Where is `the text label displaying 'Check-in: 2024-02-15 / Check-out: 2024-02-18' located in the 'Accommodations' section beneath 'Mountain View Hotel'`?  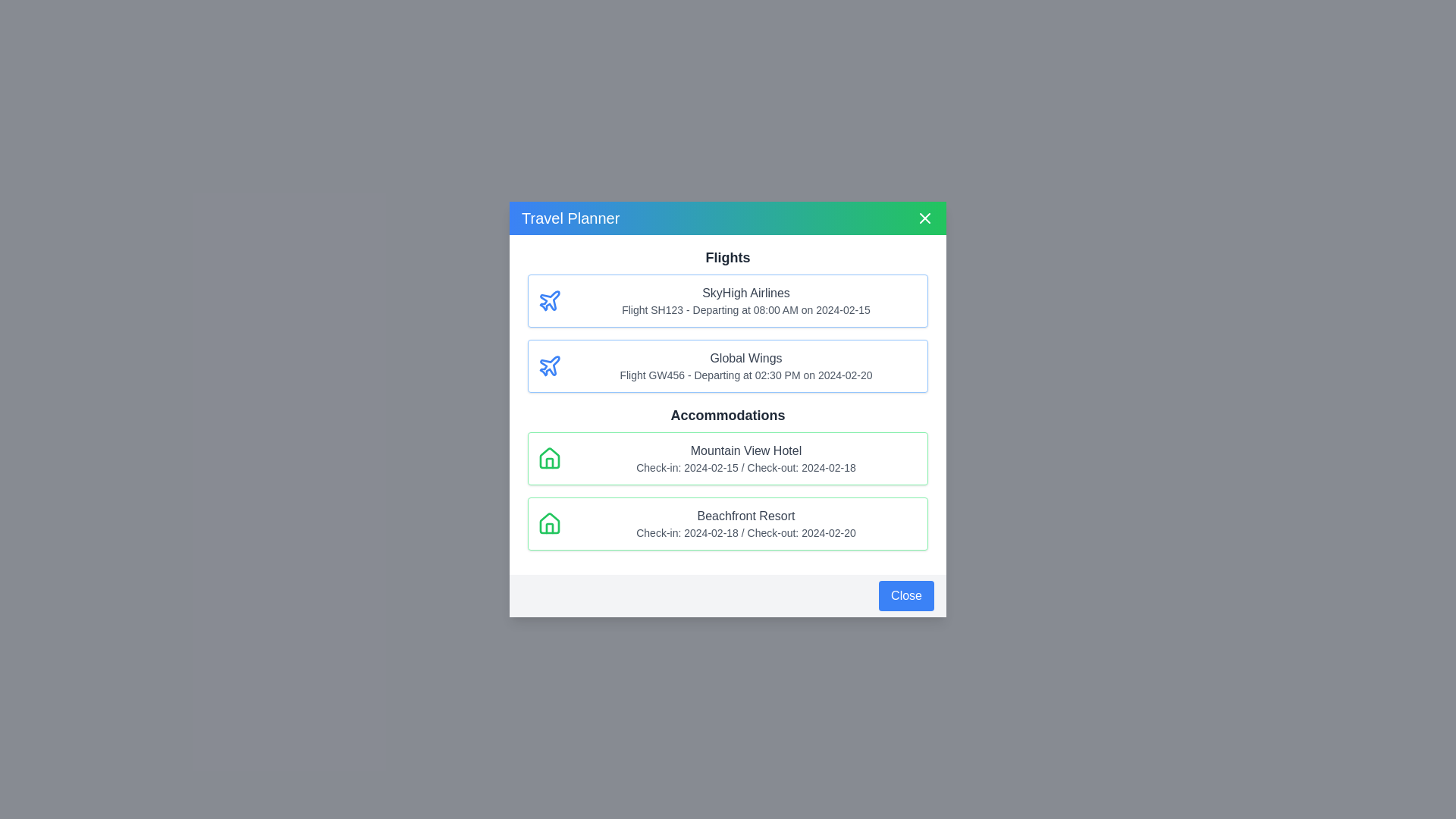 the text label displaying 'Check-in: 2024-02-15 / Check-out: 2024-02-18' located in the 'Accommodations' section beneath 'Mountain View Hotel' is located at coordinates (745, 467).